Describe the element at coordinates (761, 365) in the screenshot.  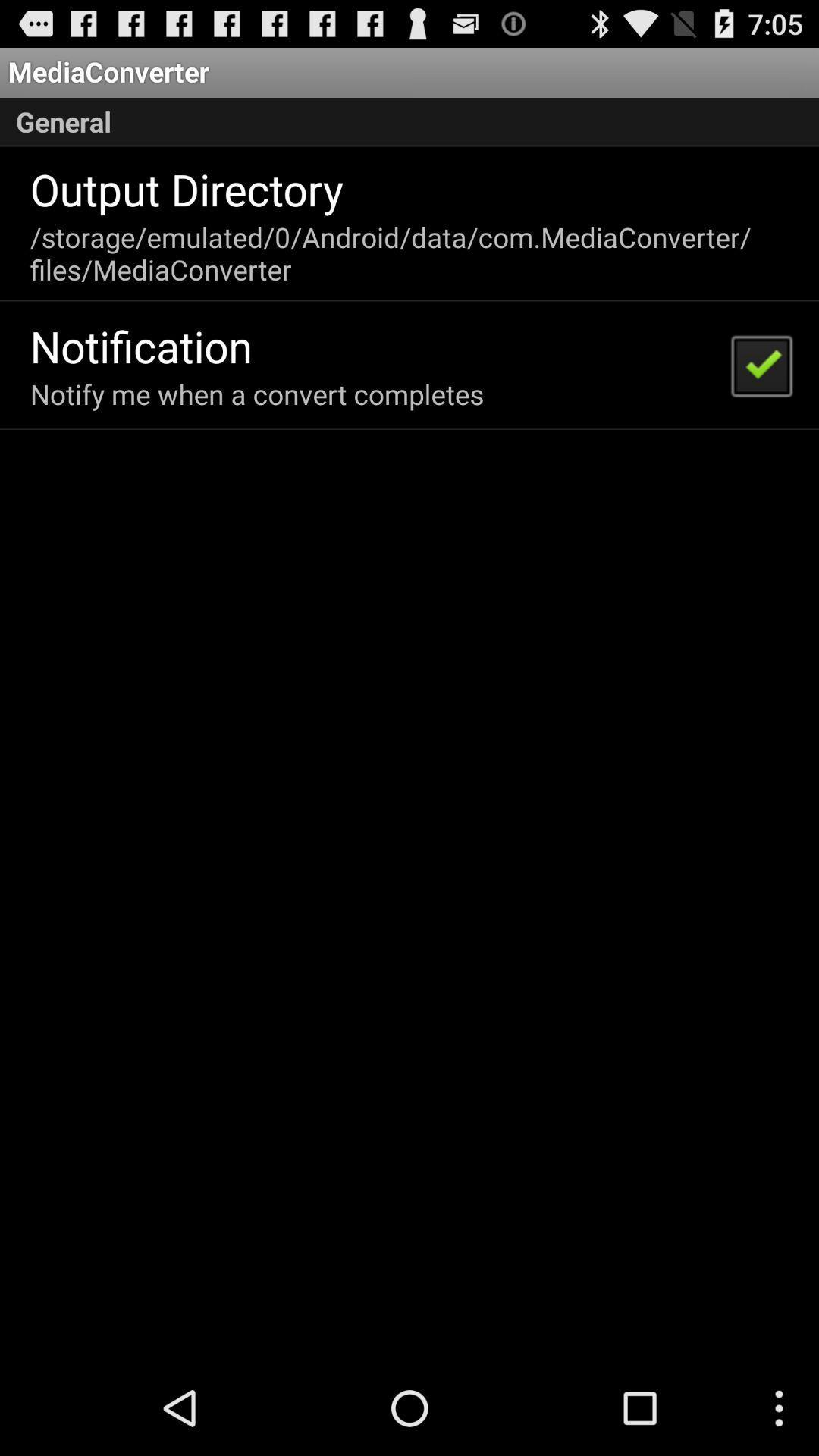
I see `the item to the right of the notify me when icon` at that location.